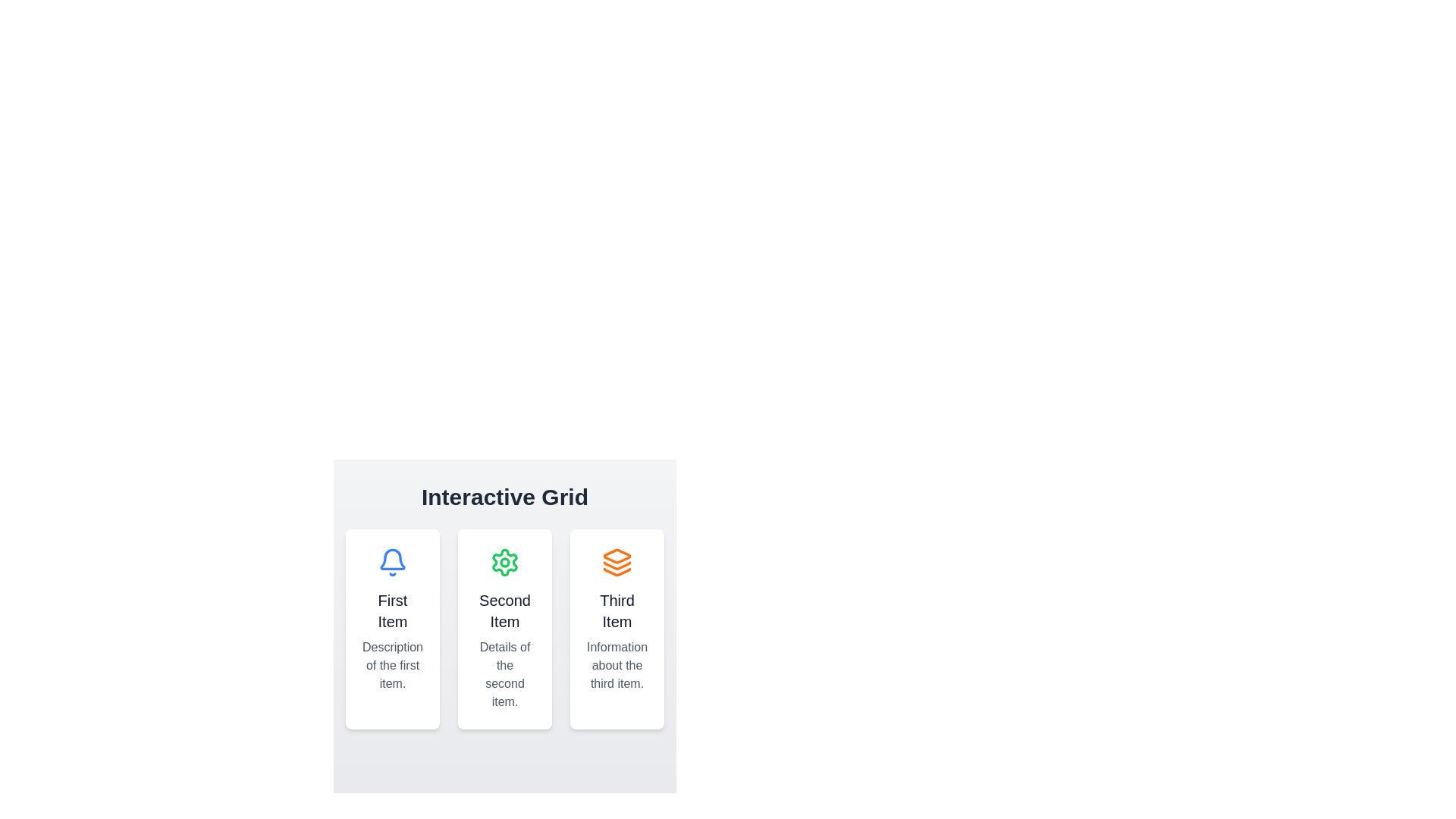 This screenshot has width=1456, height=819. I want to click on the second Information Card in the horizontal grid layout, so click(505, 629).